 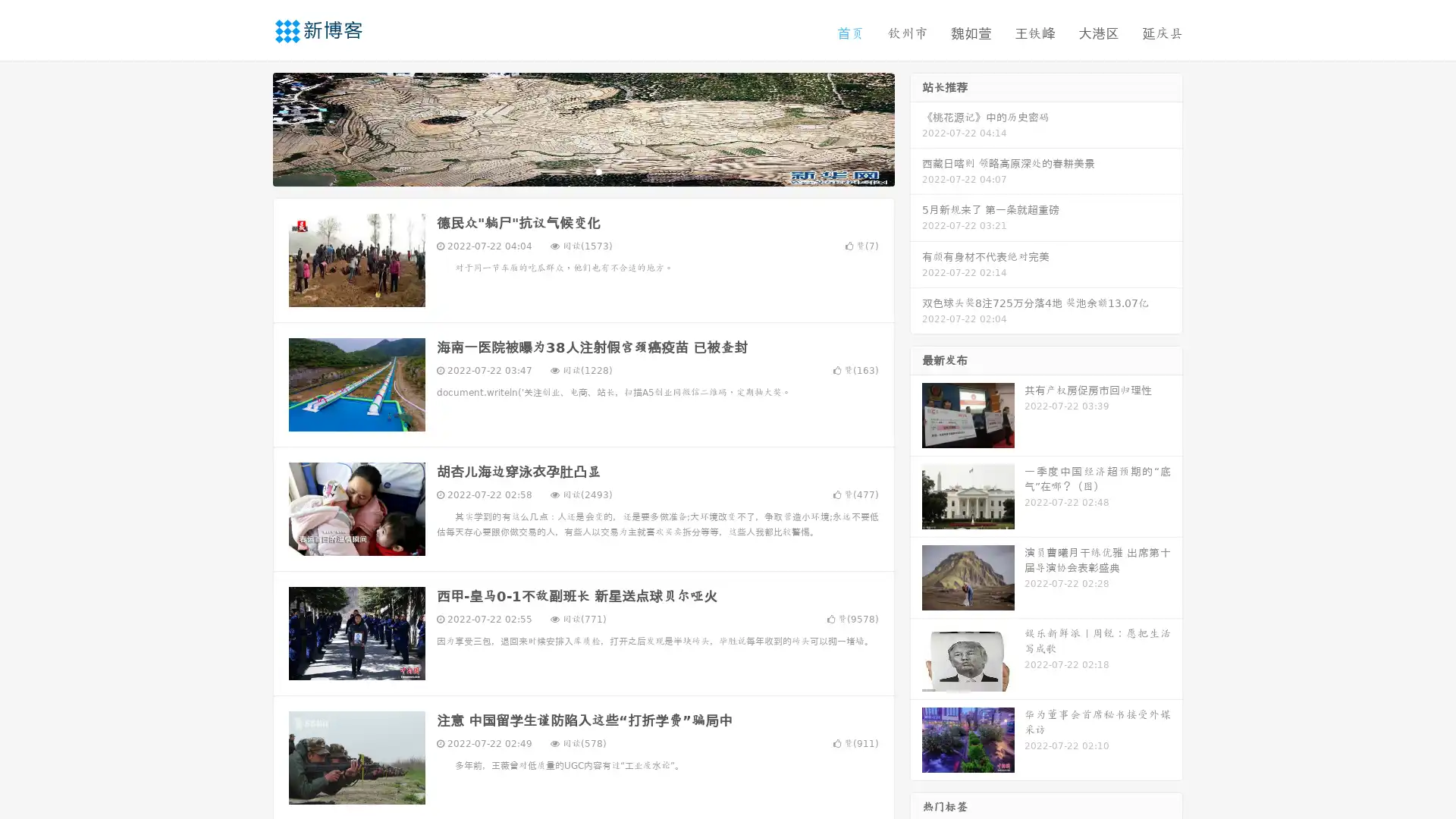 I want to click on Go to slide 3, so click(x=598, y=171).